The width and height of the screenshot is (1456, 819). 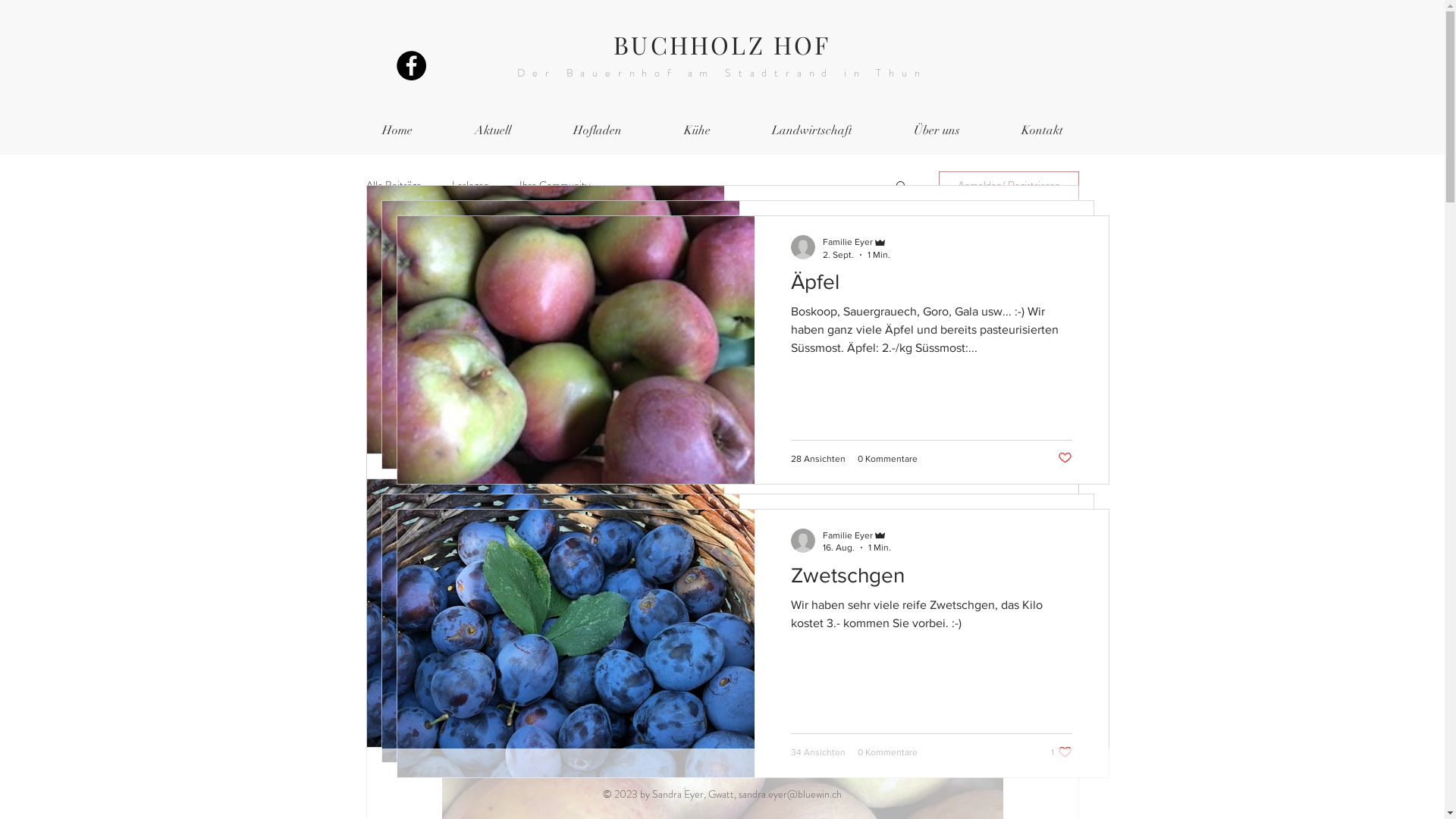 What do you see at coordinates (811, 130) in the screenshot?
I see `'Landwirtschaft'` at bounding box center [811, 130].